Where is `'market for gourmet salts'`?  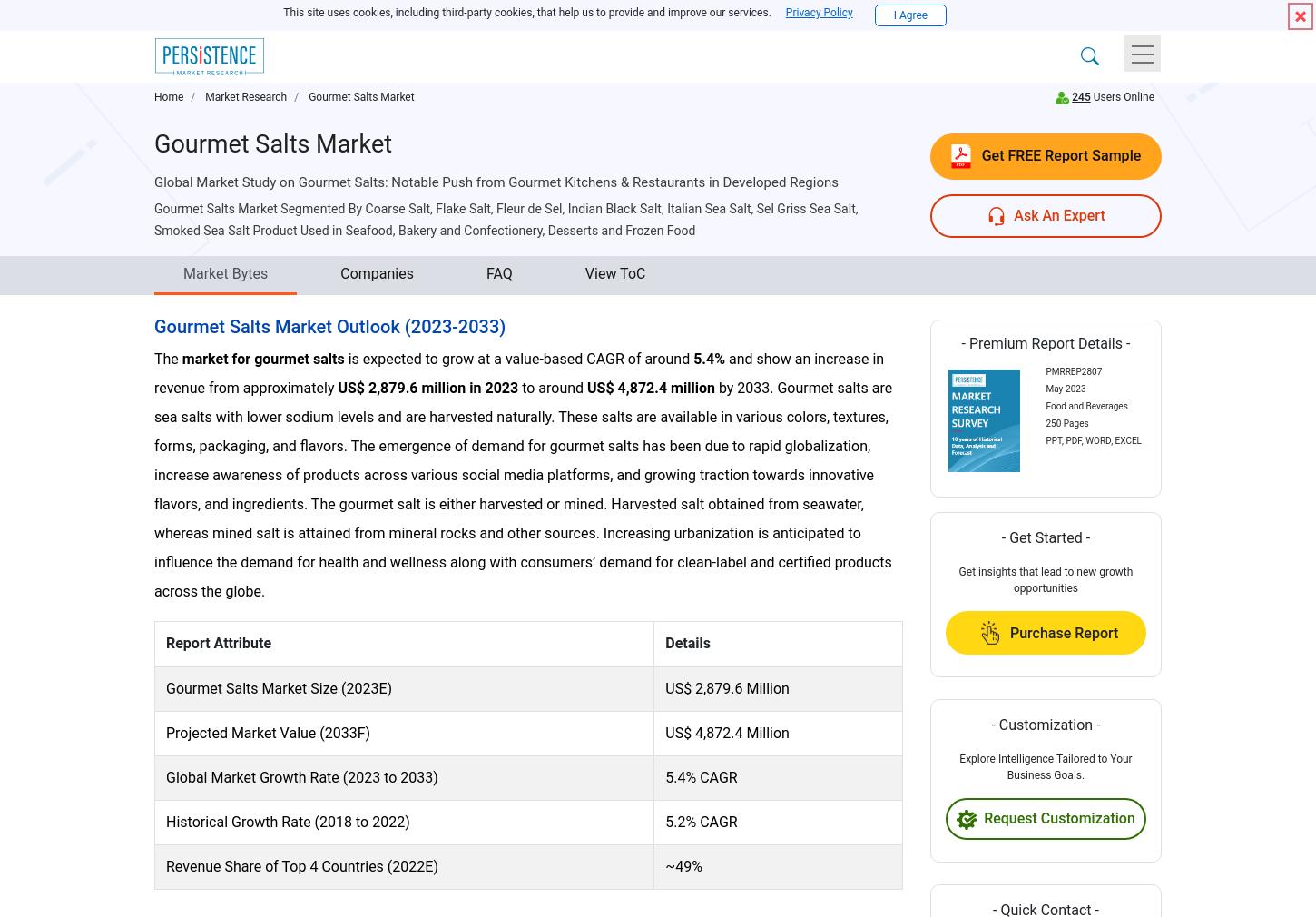
'market for gourmet salts' is located at coordinates (262, 358).